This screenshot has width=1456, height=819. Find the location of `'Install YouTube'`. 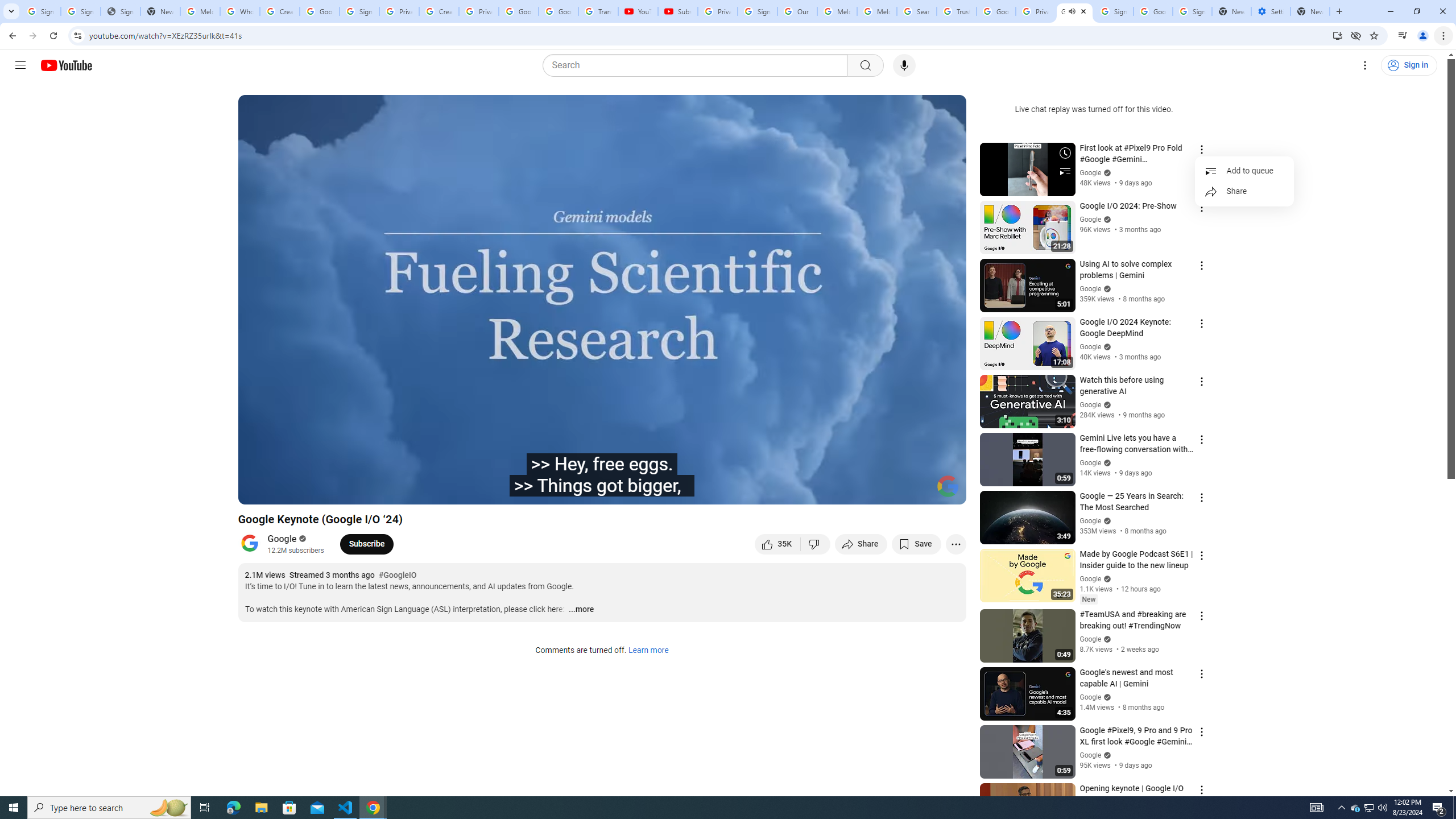

'Install YouTube' is located at coordinates (1337, 35).